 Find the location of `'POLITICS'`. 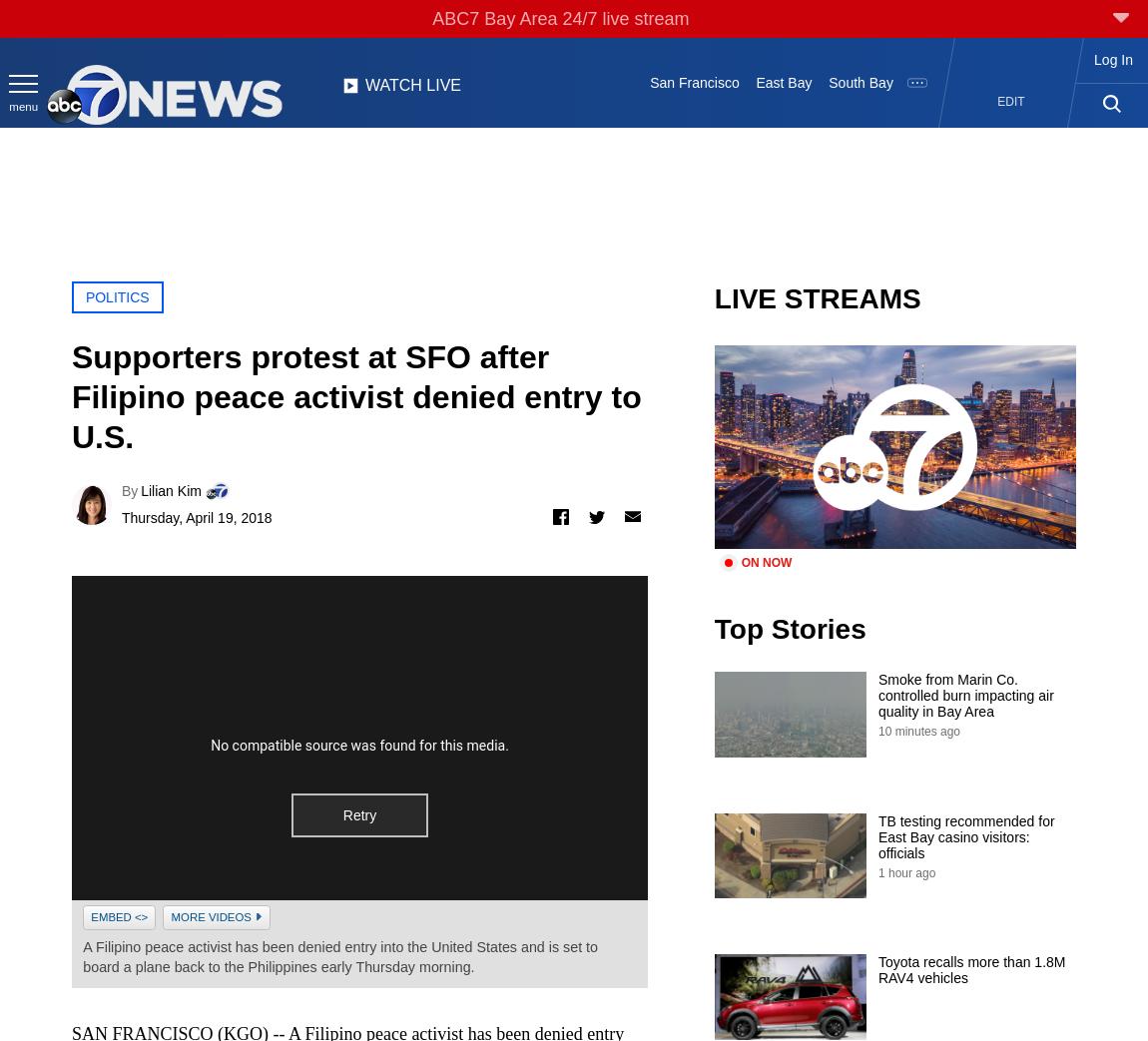

'POLITICS' is located at coordinates (83, 296).